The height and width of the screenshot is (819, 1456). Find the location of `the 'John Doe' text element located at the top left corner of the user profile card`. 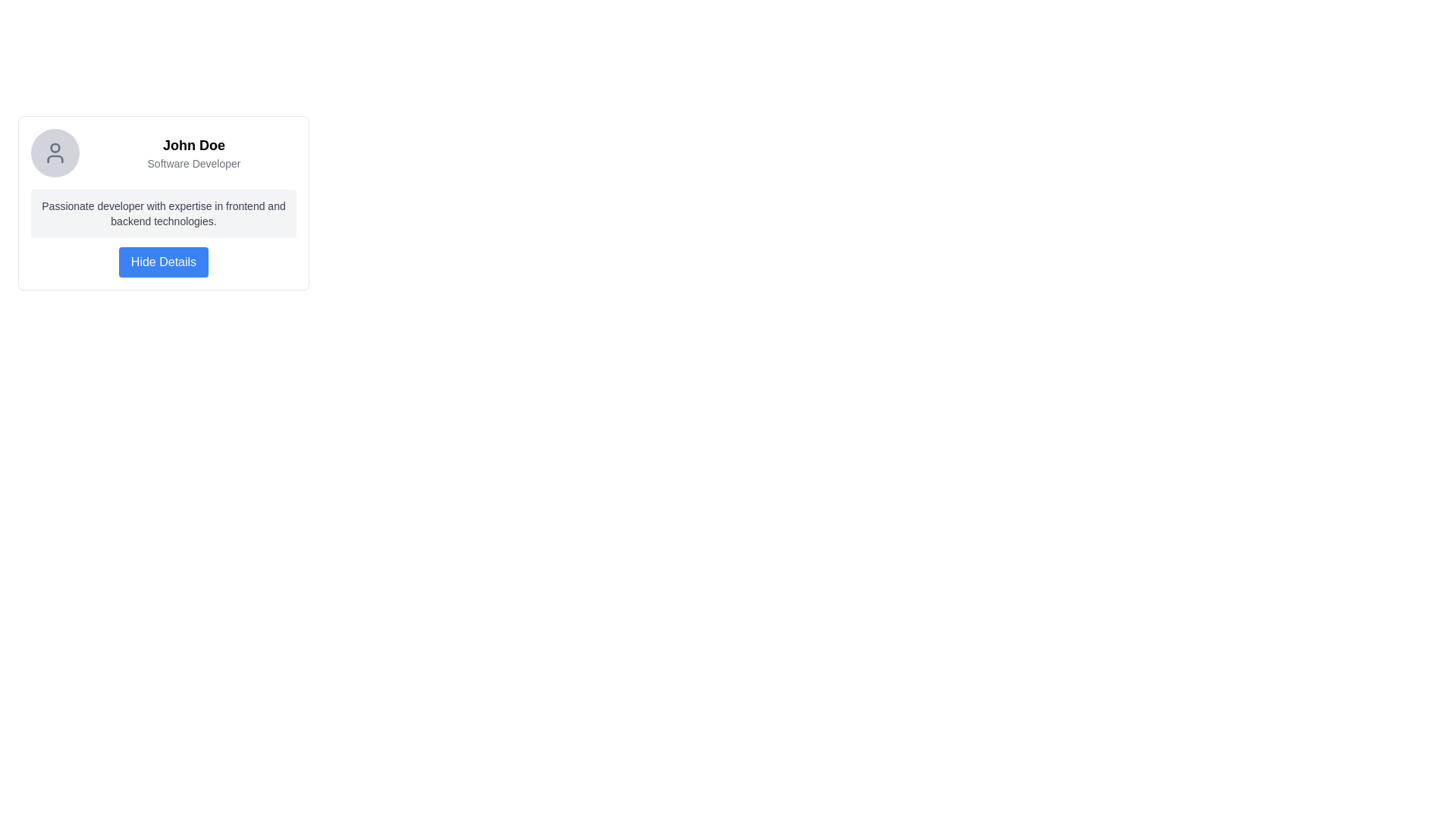

the 'John Doe' text element located at the top left corner of the user profile card is located at coordinates (164, 152).